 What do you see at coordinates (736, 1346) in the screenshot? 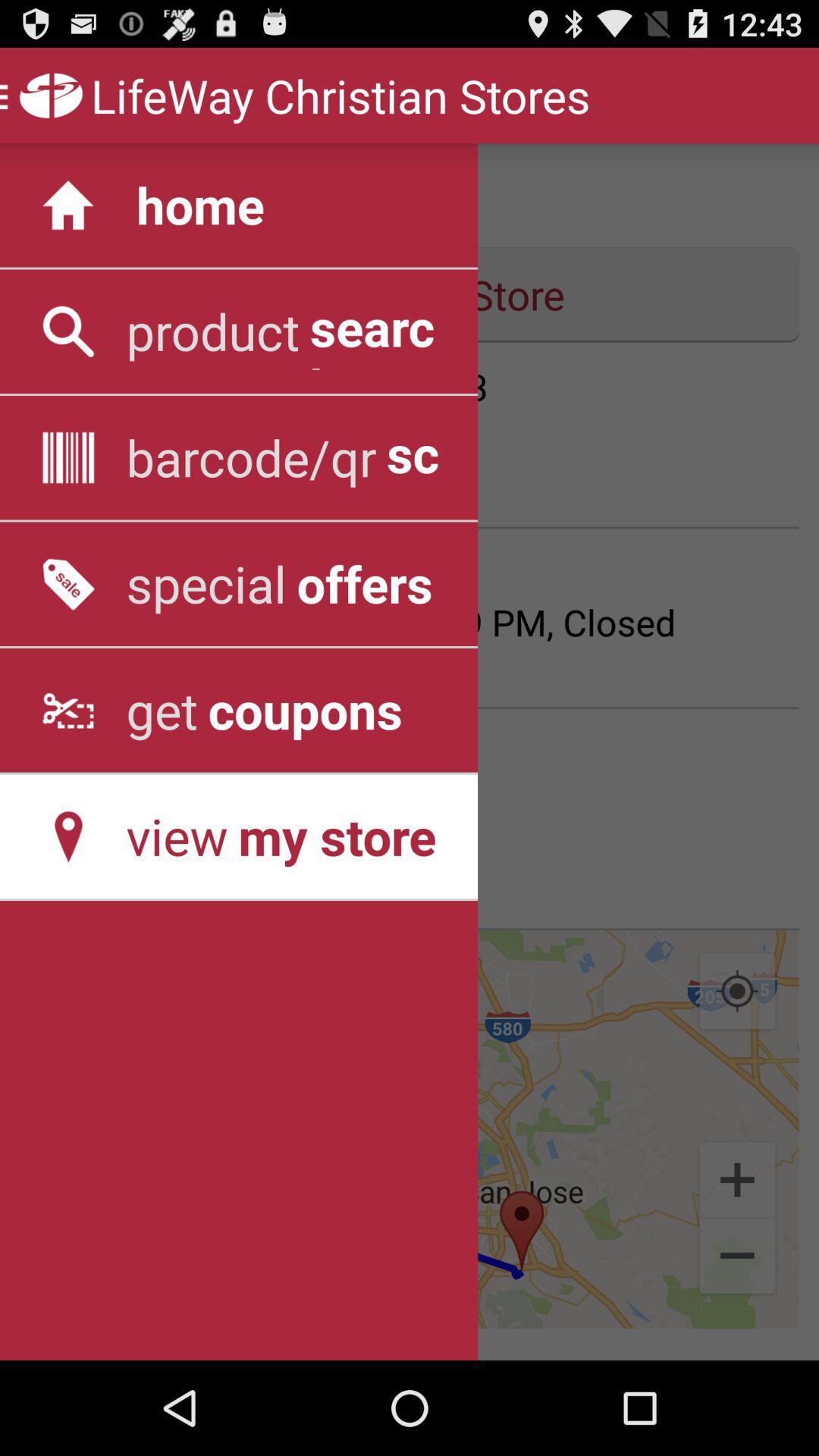
I see `the minus icon` at bounding box center [736, 1346].